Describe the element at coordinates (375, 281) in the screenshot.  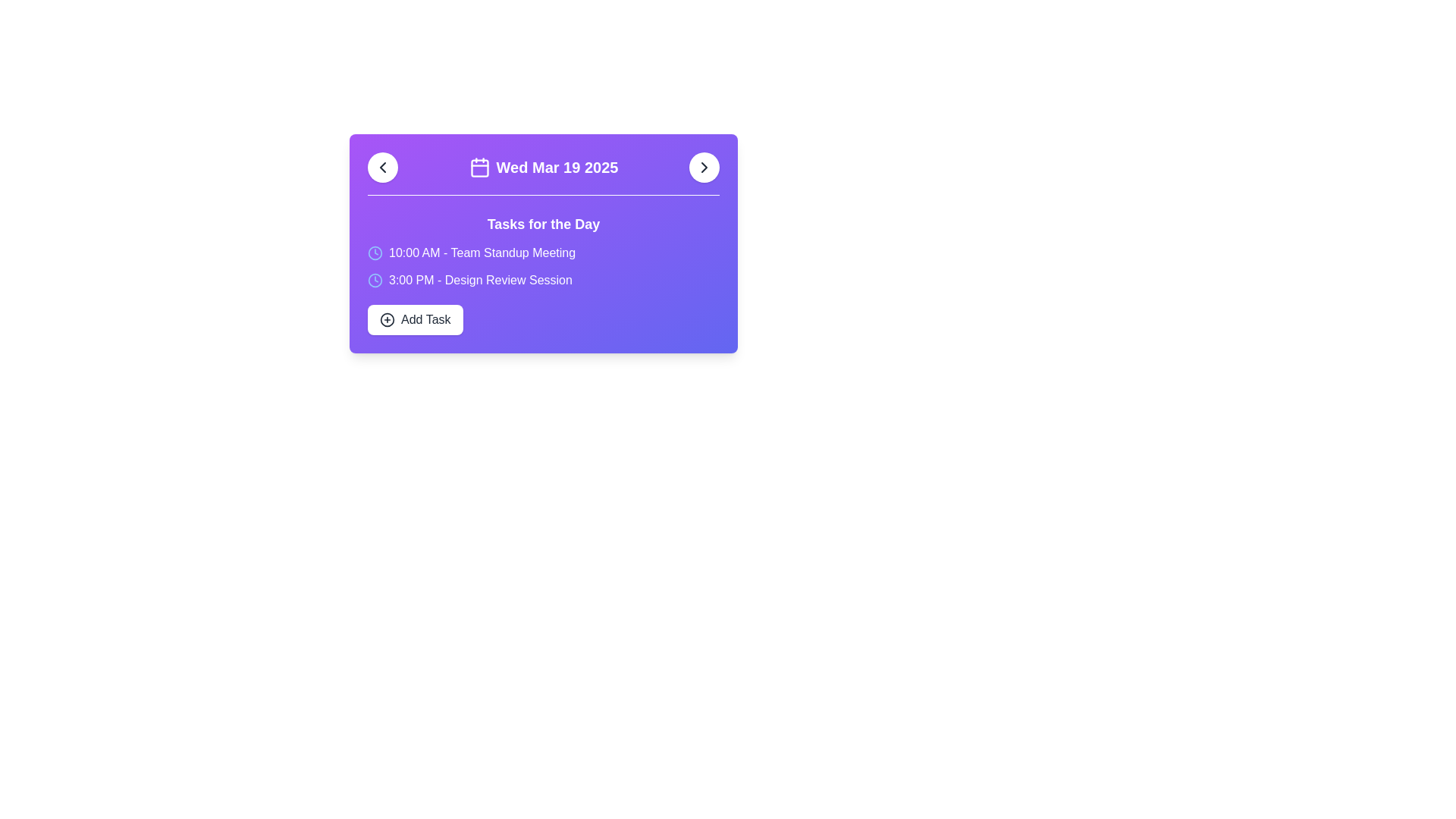
I see `the light blue clock icon located to the left of the text '3:00 PM - Design Review Session' within the schedule card` at that location.